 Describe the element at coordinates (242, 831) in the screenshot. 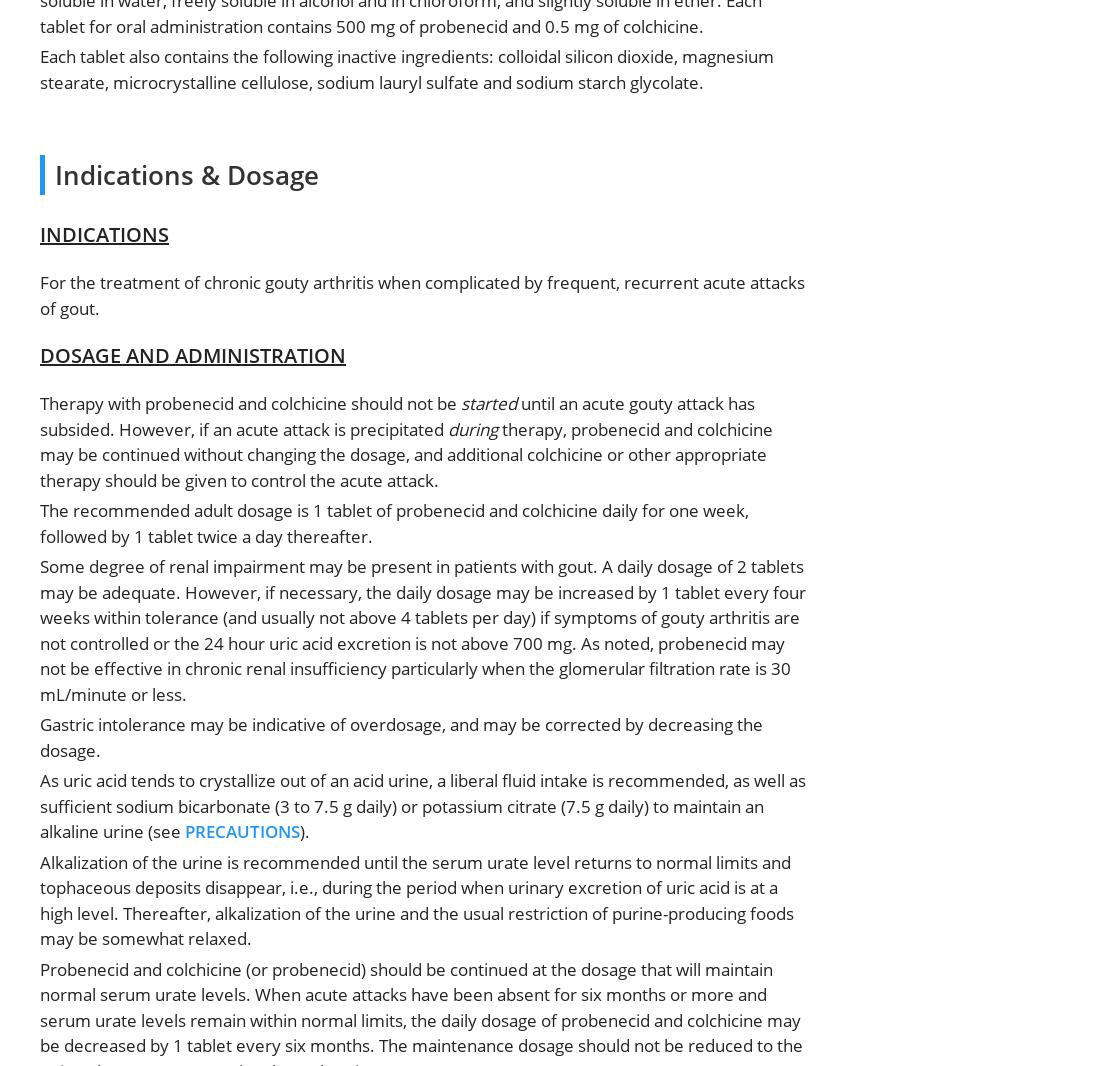

I see `'PRECAUTIONS'` at that location.